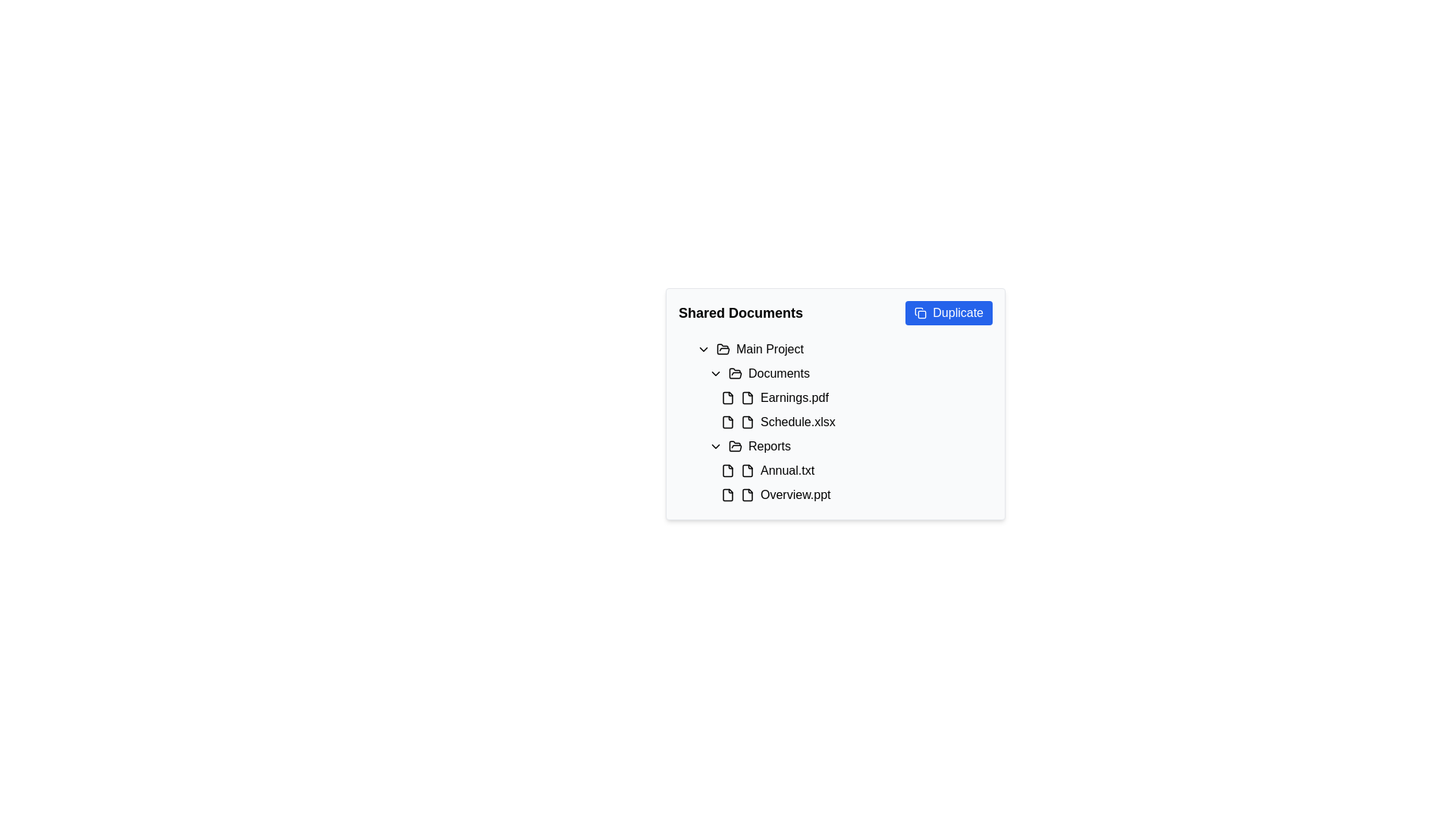 Image resolution: width=1456 pixels, height=819 pixels. I want to click on the file icon for 'Overview.ppt', which is the last item in the 'Reports' section, positioned immediately left of the text label, so click(747, 494).